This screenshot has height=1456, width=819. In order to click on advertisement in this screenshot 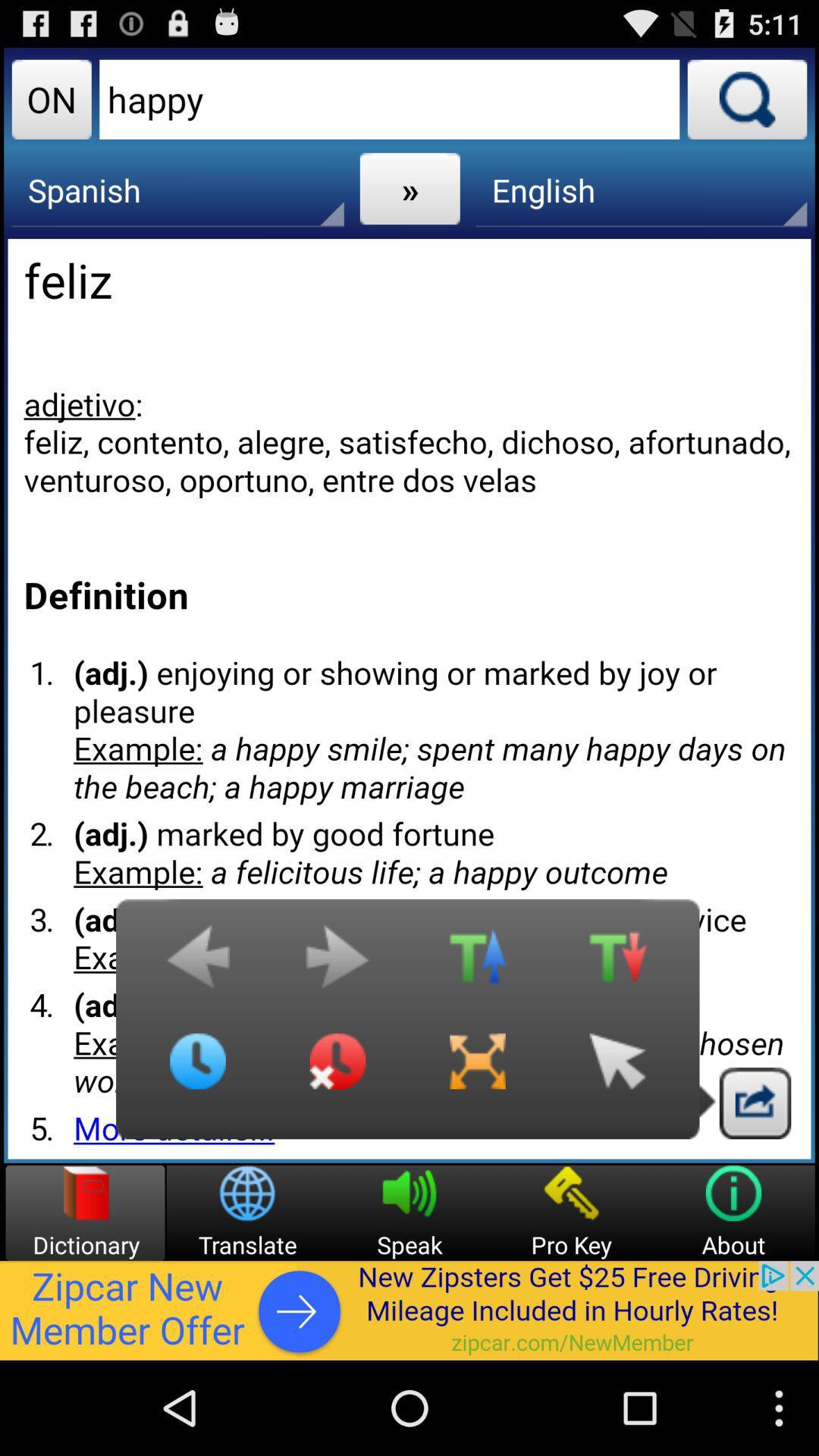, I will do `click(409, 1310)`.